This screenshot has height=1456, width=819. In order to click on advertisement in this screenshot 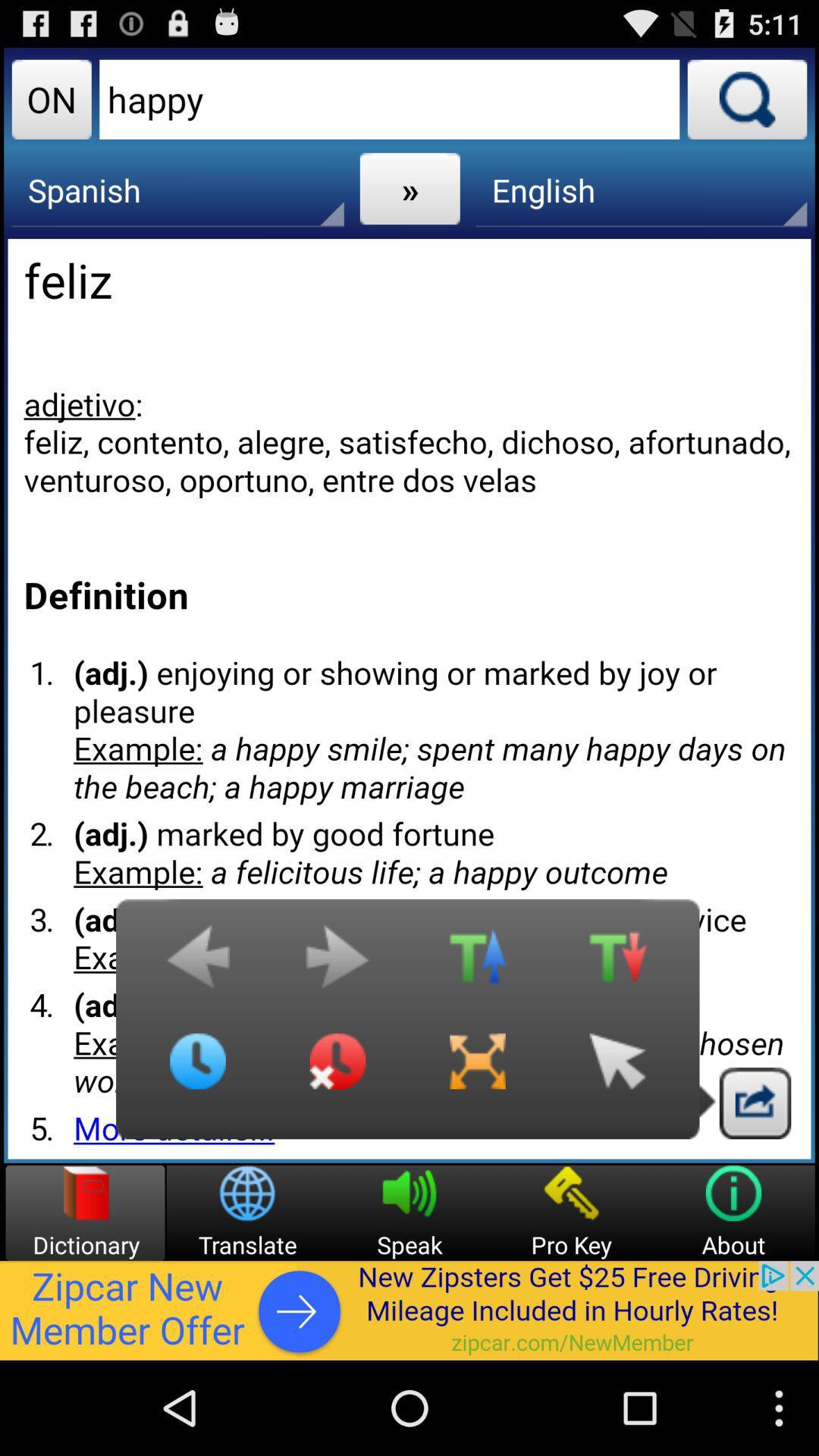, I will do `click(409, 1310)`.